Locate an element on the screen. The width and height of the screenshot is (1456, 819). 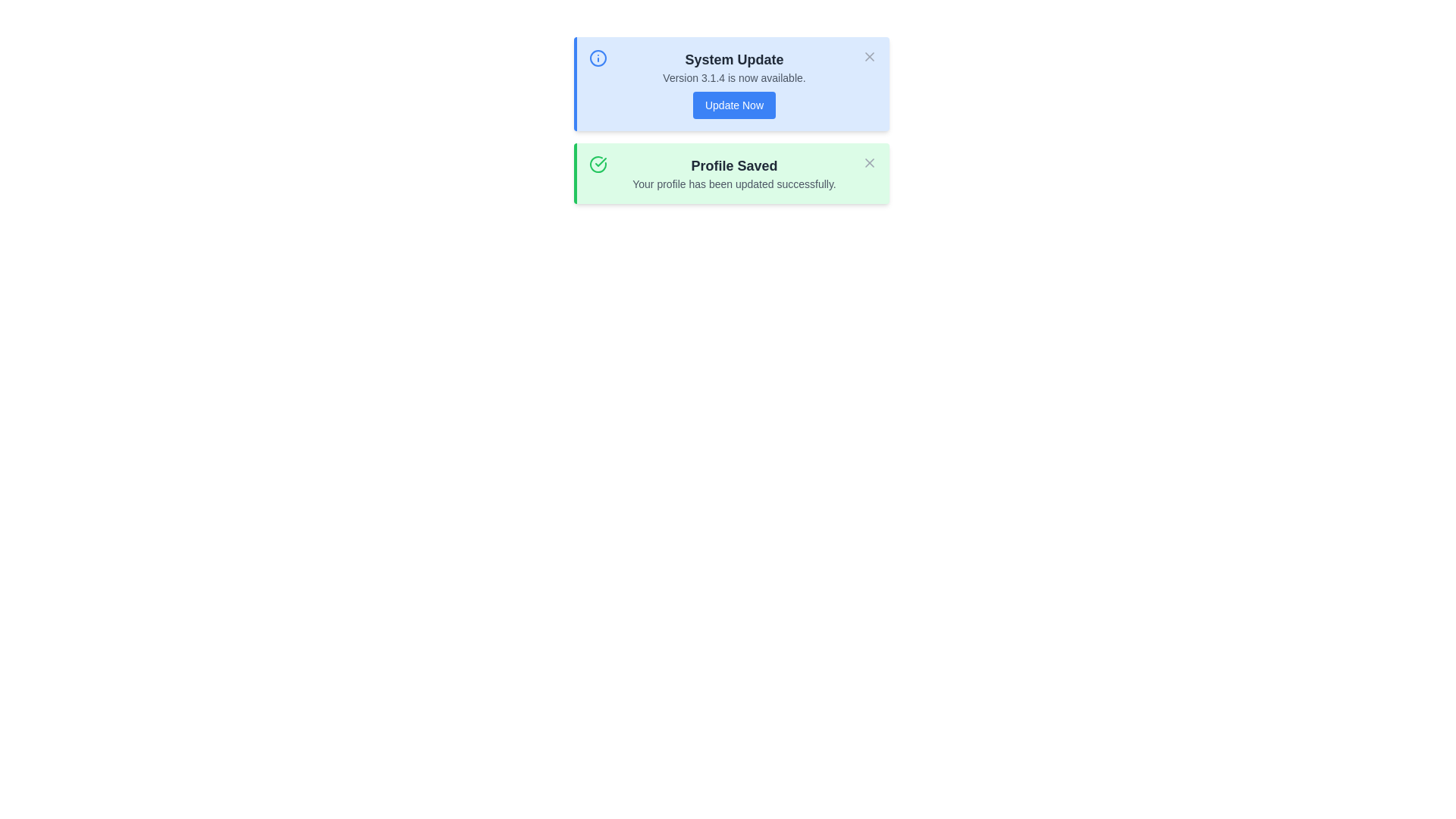
the 'Close' button icon located in the notification area below the 'Profile Saved' text is located at coordinates (869, 163).